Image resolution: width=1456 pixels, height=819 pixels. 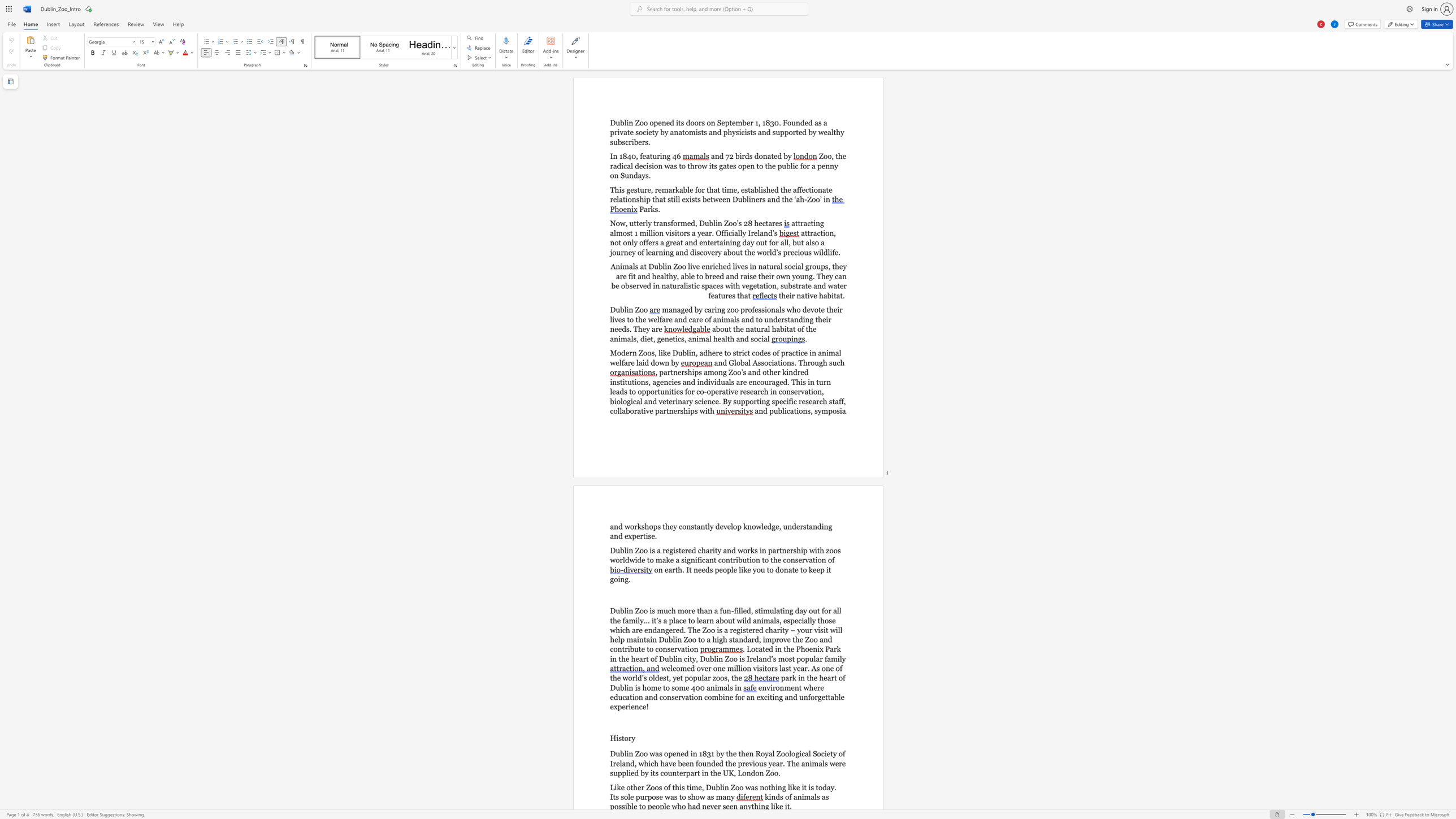 I want to click on the subset text "e anima" within the text "about the natural habitat of the animals,", so click(x=813, y=329).